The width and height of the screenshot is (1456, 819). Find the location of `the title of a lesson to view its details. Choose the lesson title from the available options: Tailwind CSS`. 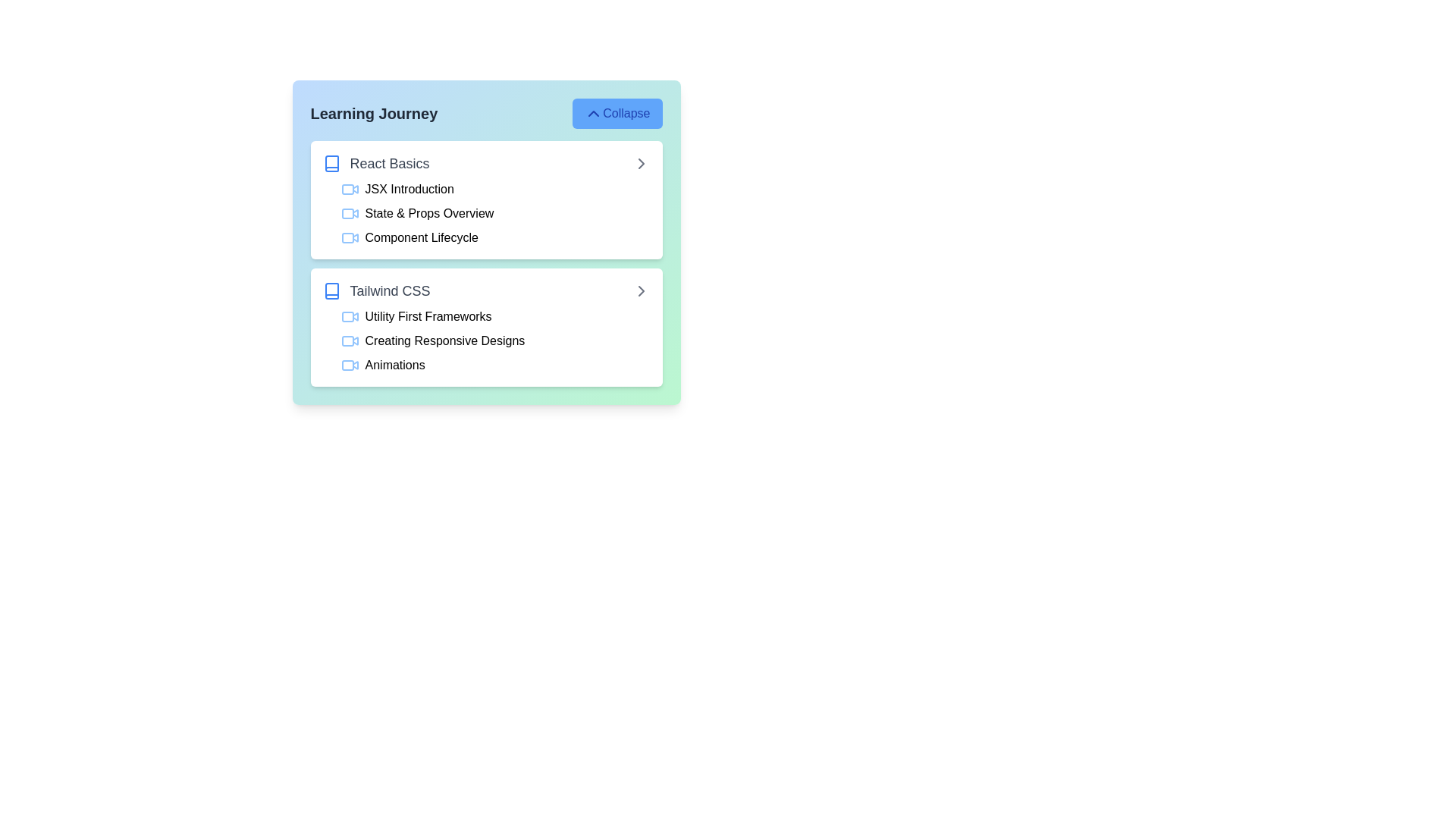

the title of a lesson to view its details. Choose the lesson title from the available options: Tailwind CSS is located at coordinates (375, 291).